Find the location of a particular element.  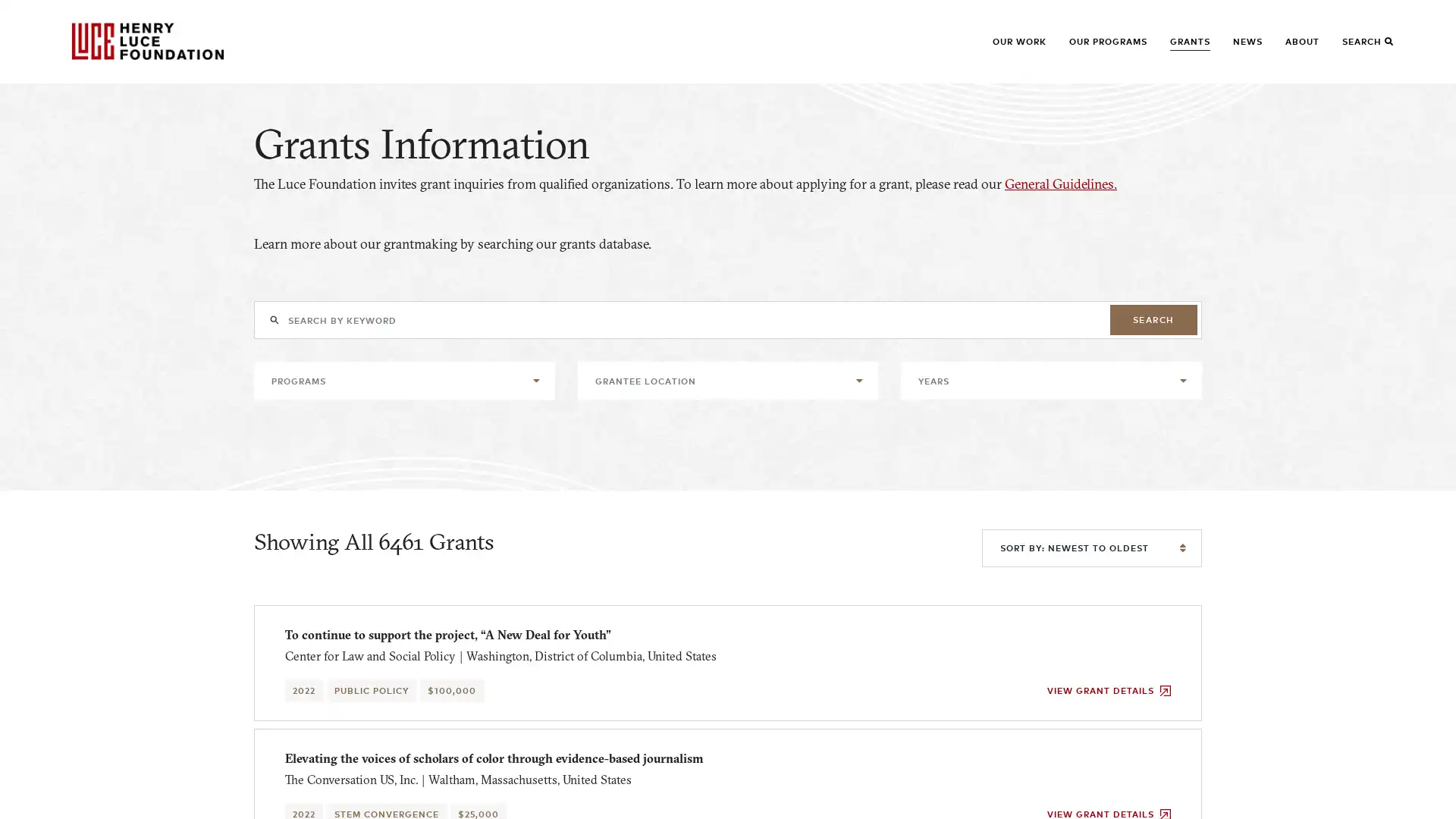

SHOW SUBMENU FOR ABOUT is located at coordinates (1309, 48).